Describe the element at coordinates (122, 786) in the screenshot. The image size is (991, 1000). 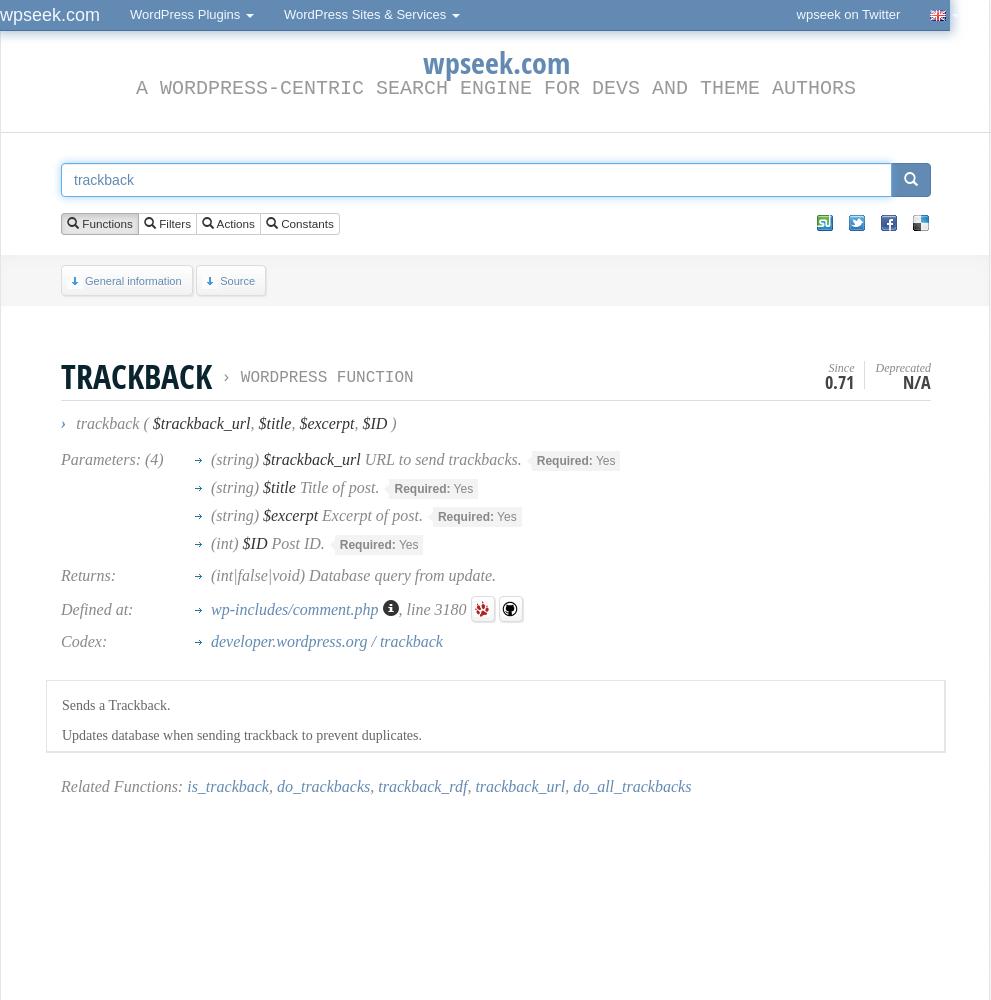
I see `'Related Functions:'` at that location.